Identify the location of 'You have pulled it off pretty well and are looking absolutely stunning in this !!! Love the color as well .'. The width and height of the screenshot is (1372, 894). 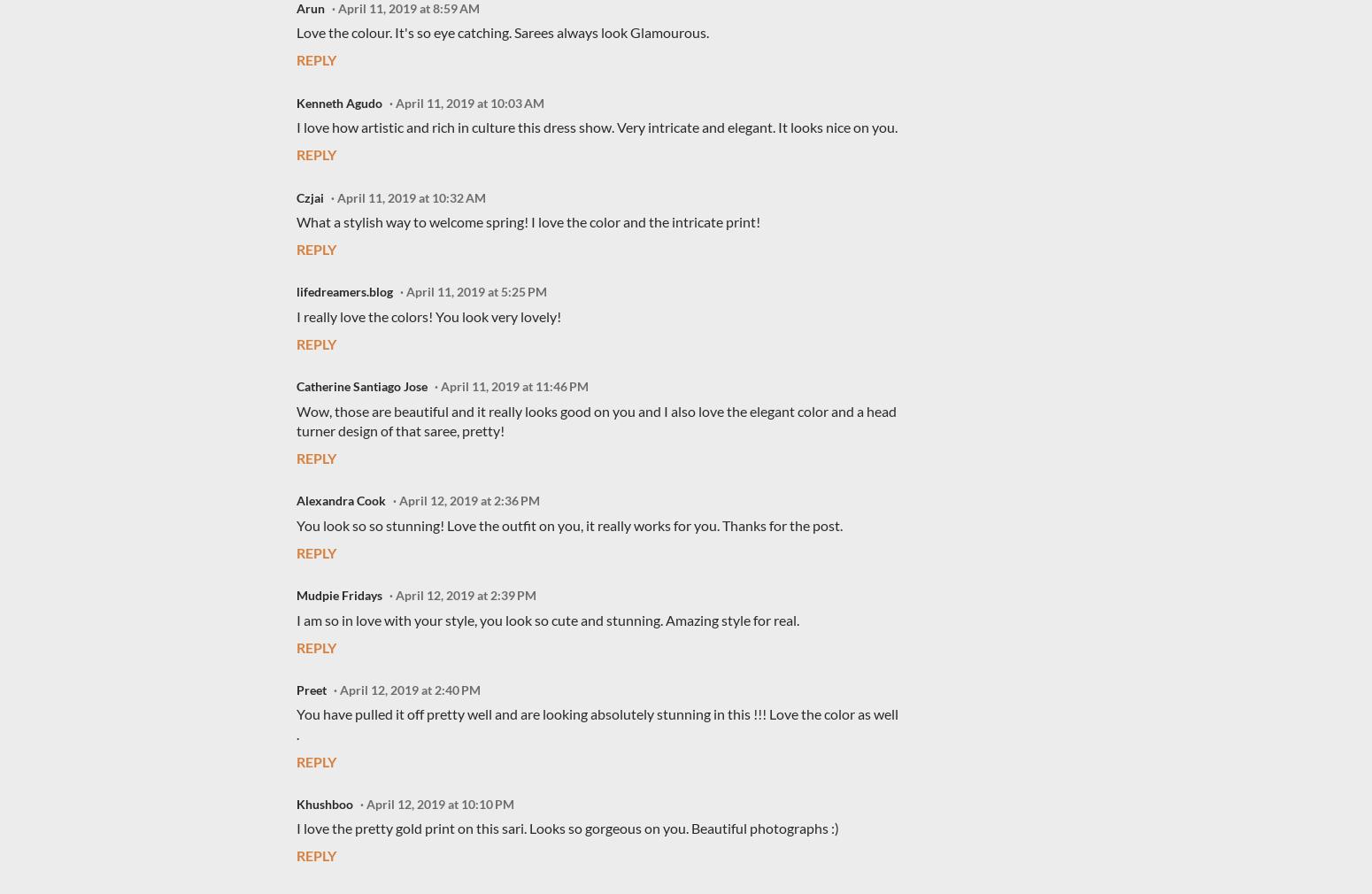
(597, 723).